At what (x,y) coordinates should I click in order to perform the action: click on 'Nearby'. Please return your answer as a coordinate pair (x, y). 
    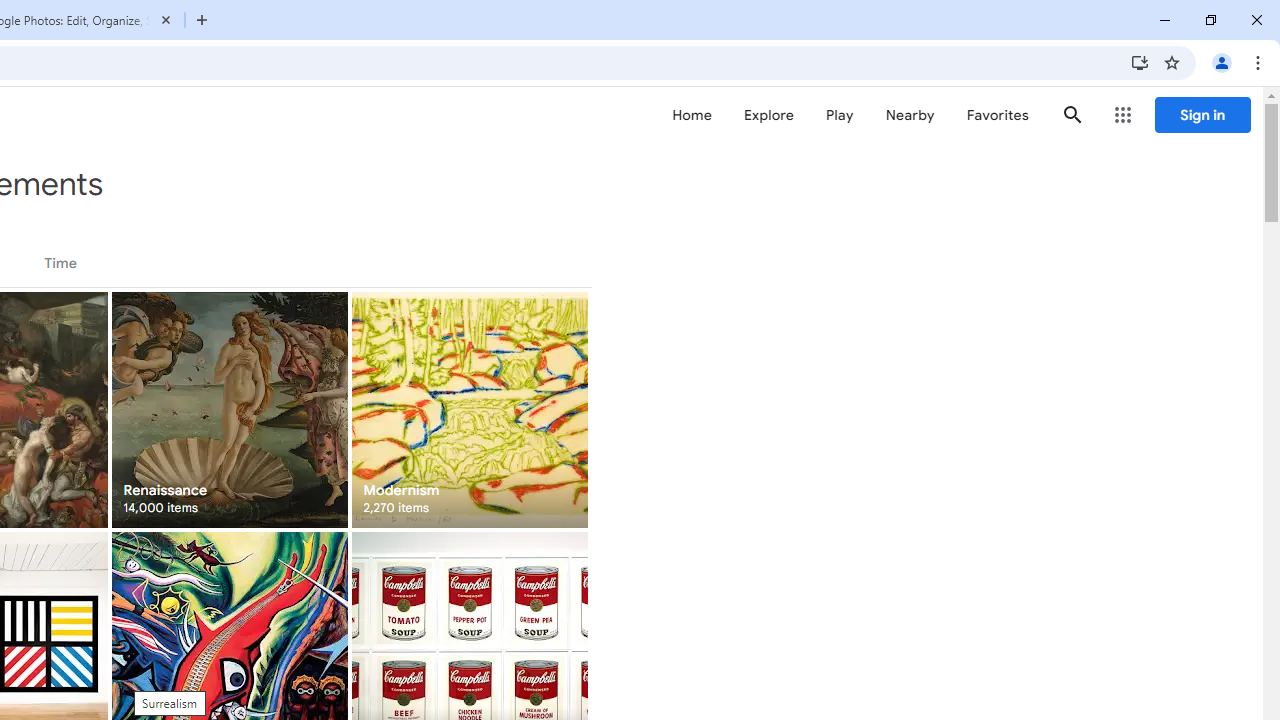
    Looking at the image, I should click on (909, 115).